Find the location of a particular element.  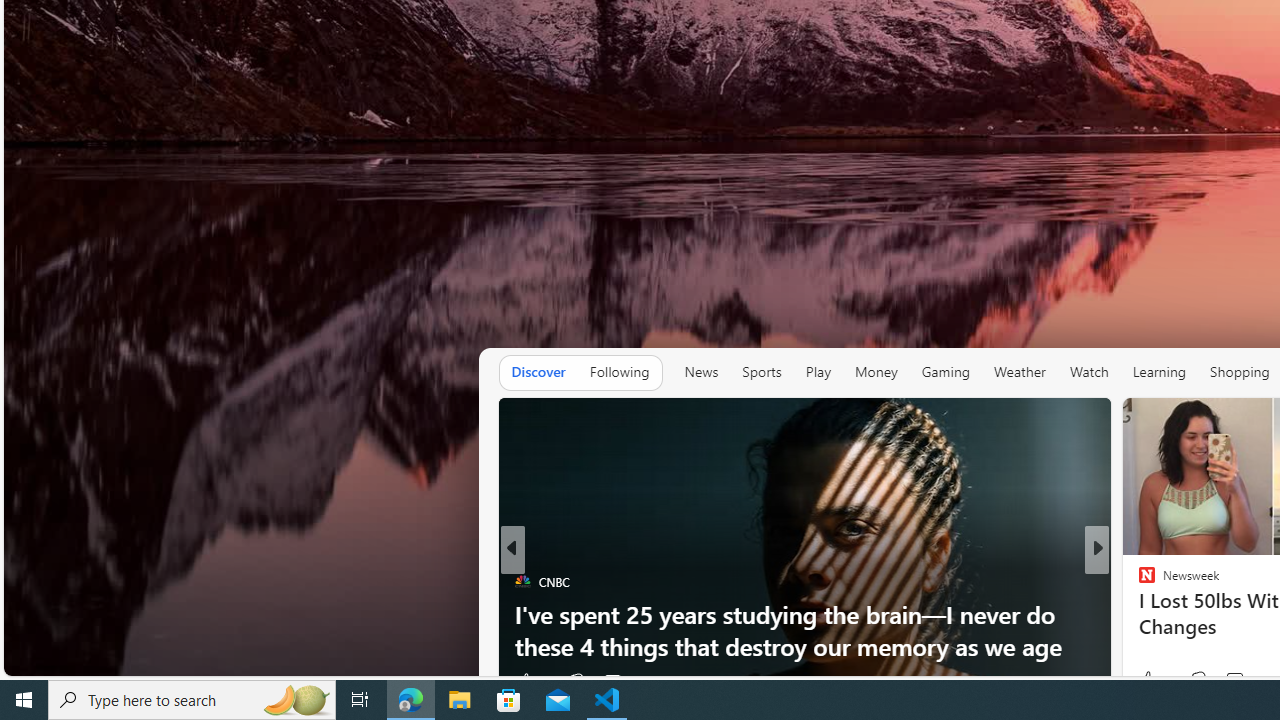

'3 Like' is located at coordinates (1145, 680).